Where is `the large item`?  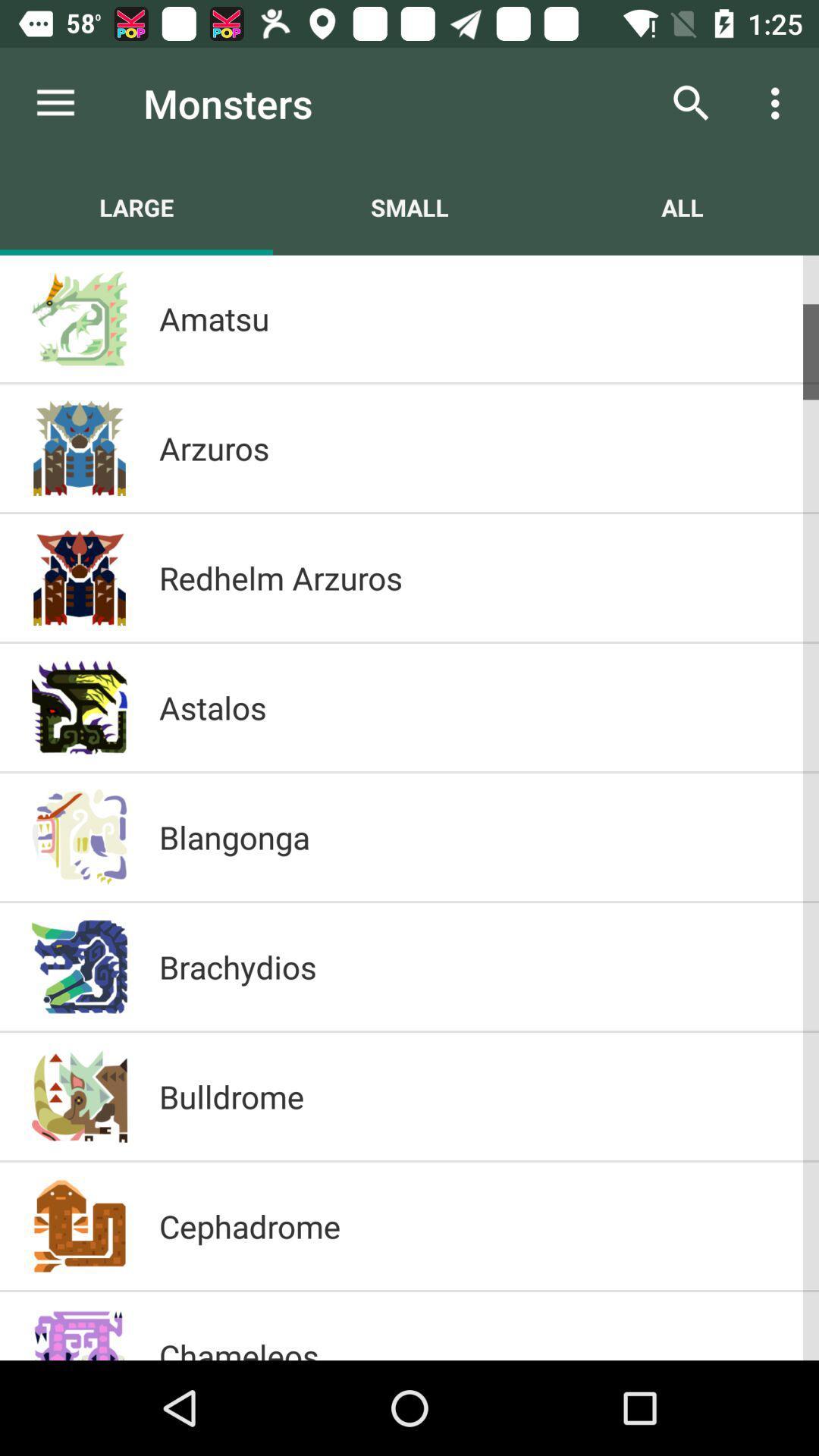 the large item is located at coordinates (136, 206).